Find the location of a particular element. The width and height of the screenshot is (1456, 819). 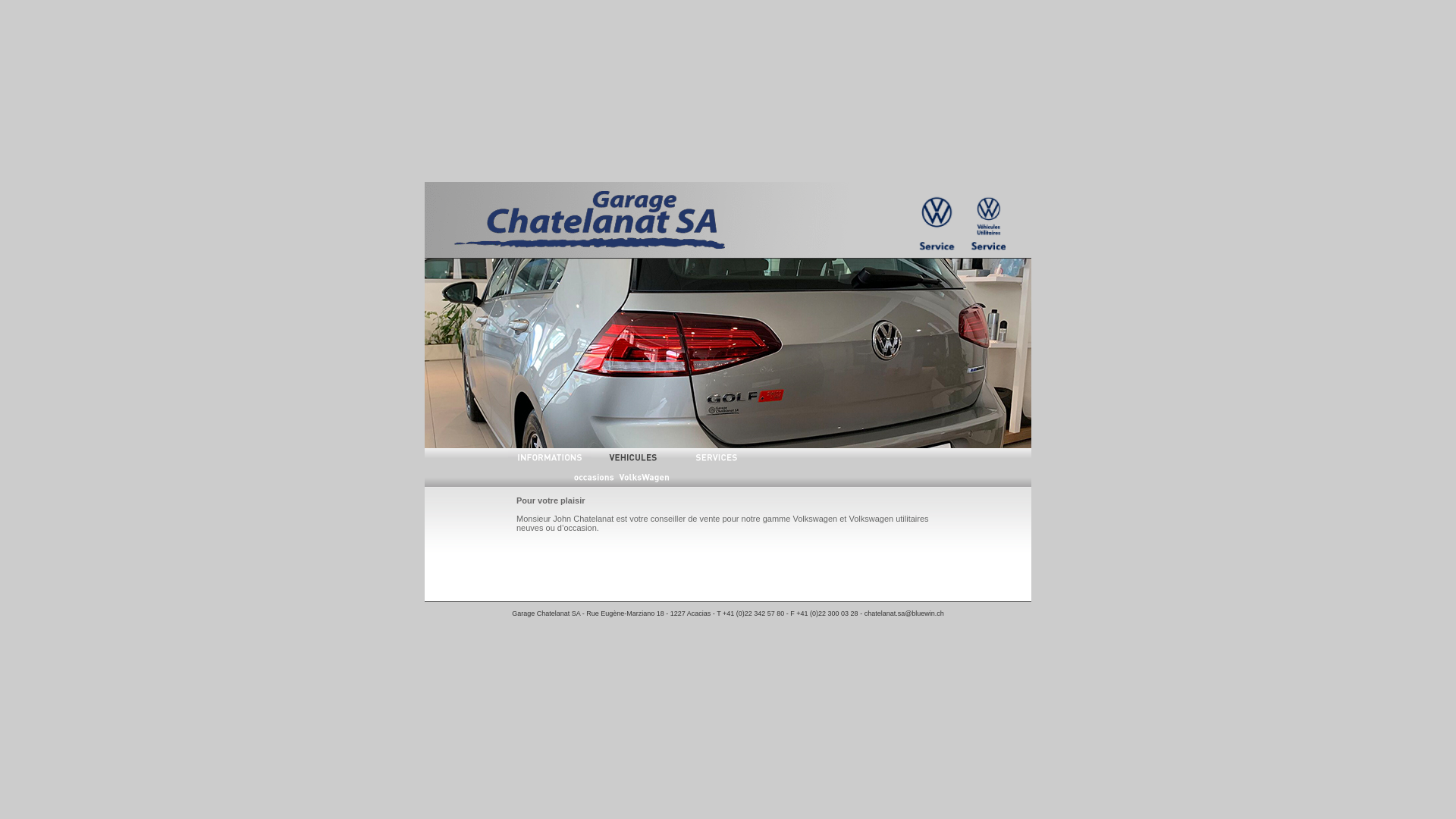

'chatelanat.sa@bluewin.ch' is located at coordinates (904, 613).